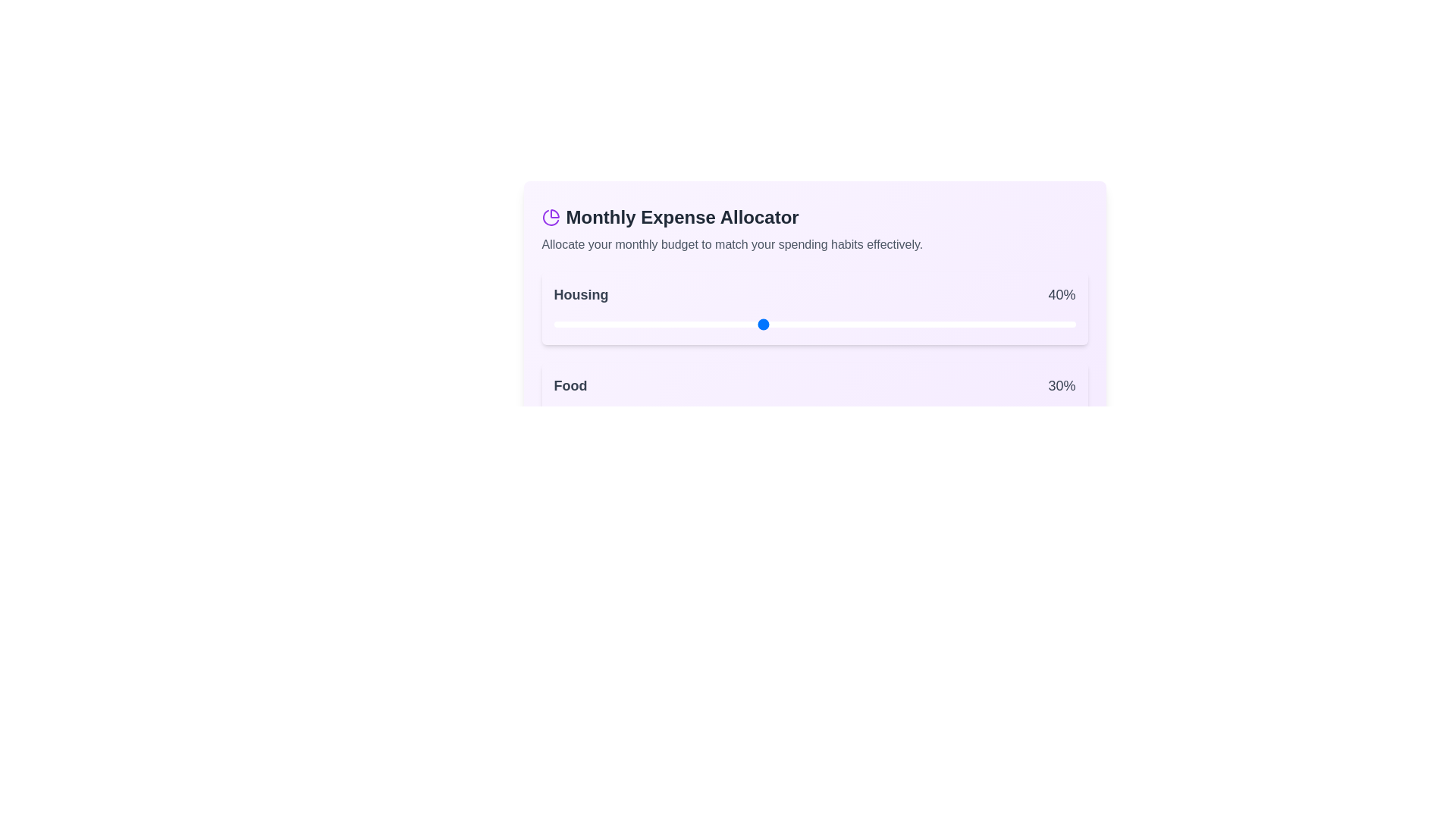 Image resolution: width=1456 pixels, height=819 pixels. I want to click on the value of the 'Housing' percentage slider, so click(1003, 324).